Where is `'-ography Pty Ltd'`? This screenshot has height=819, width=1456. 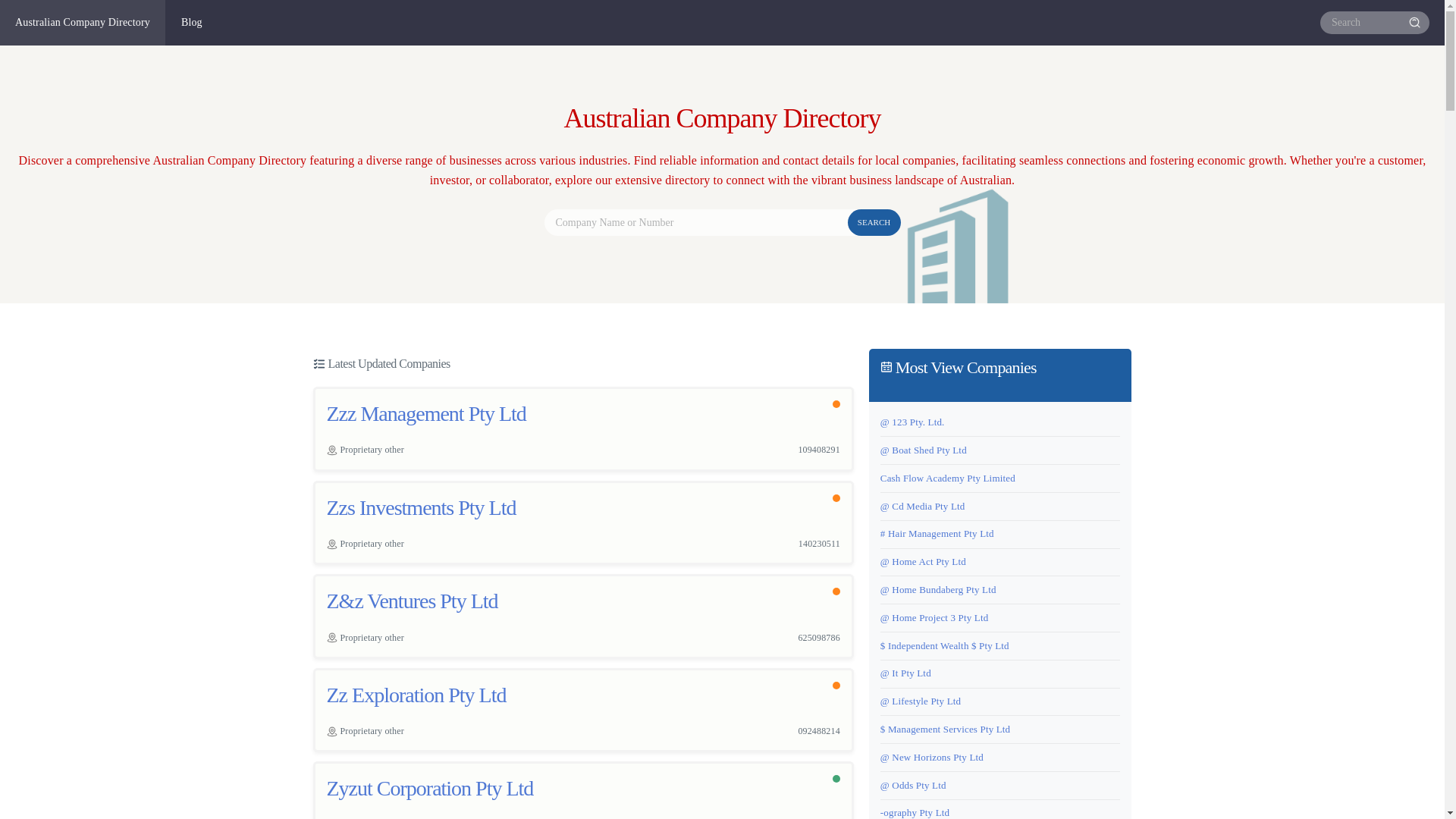
'-ography Pty Ltd' is located at coordinates (880, 811).